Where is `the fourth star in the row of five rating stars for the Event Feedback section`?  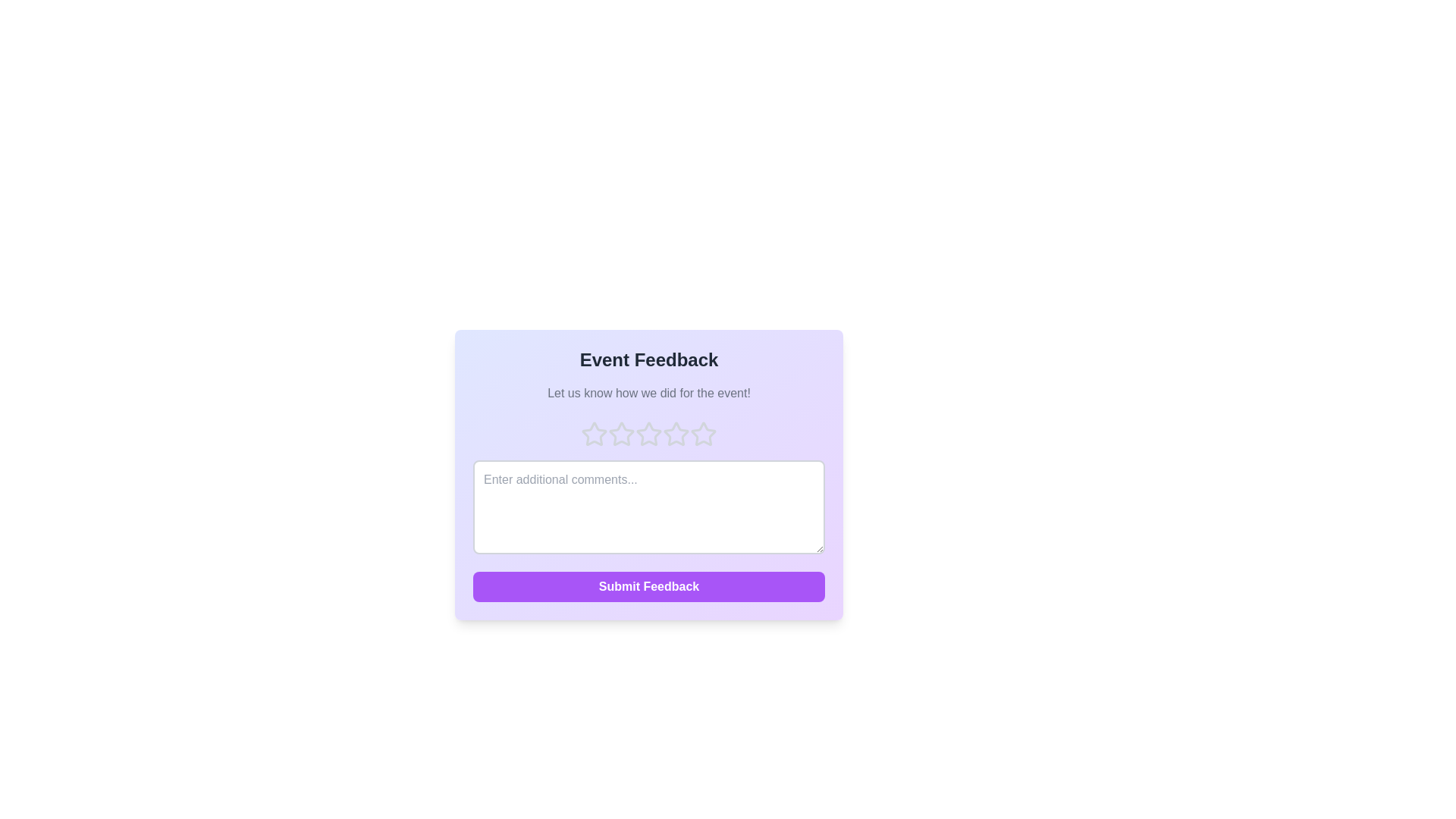
the fourth star in the row of five rating stars for the Event Feedback section is located at coordinates (676, 435).